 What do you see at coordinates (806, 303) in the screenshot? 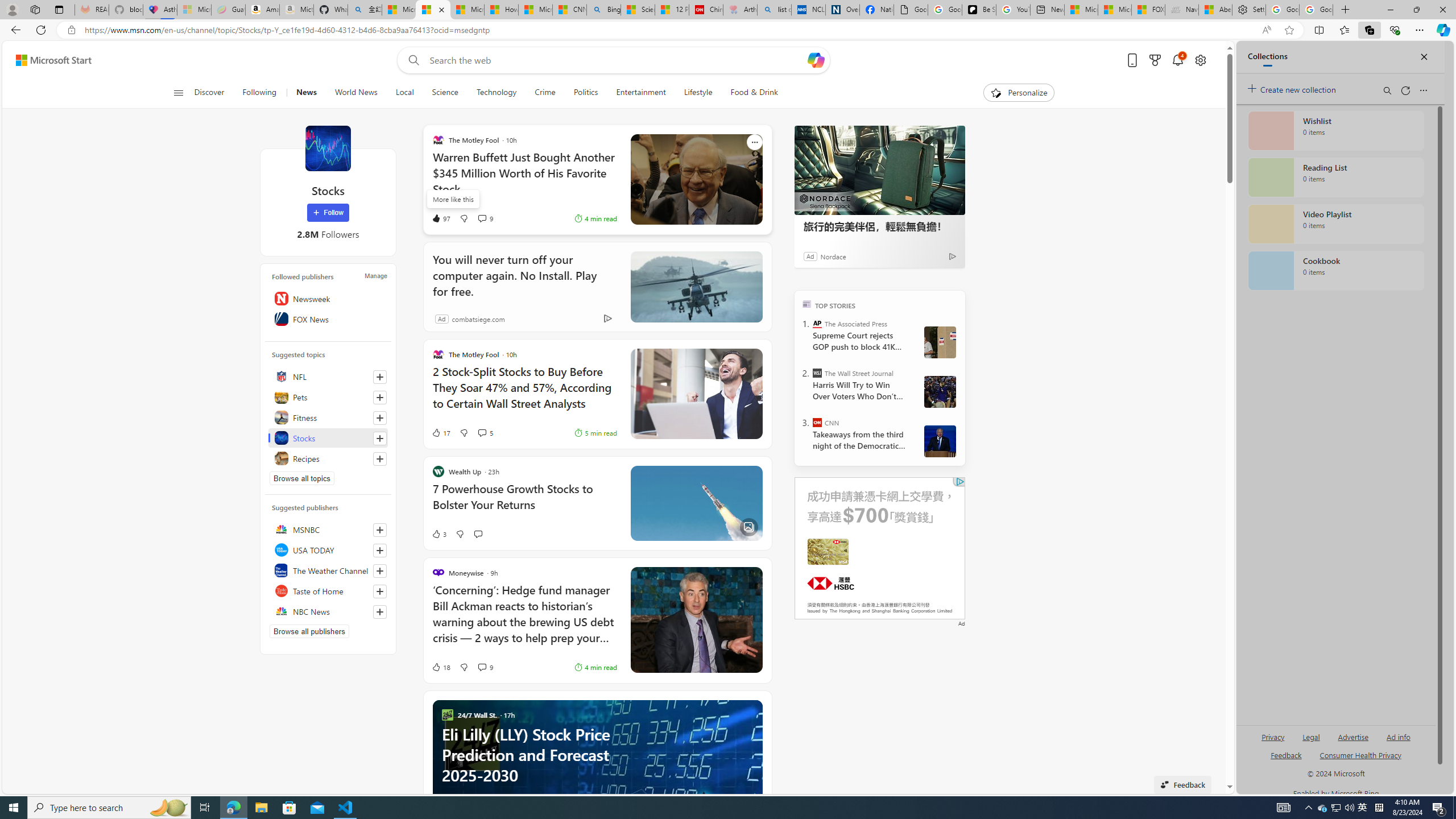
I see `'TOP'` at bounding box center [806, 303].